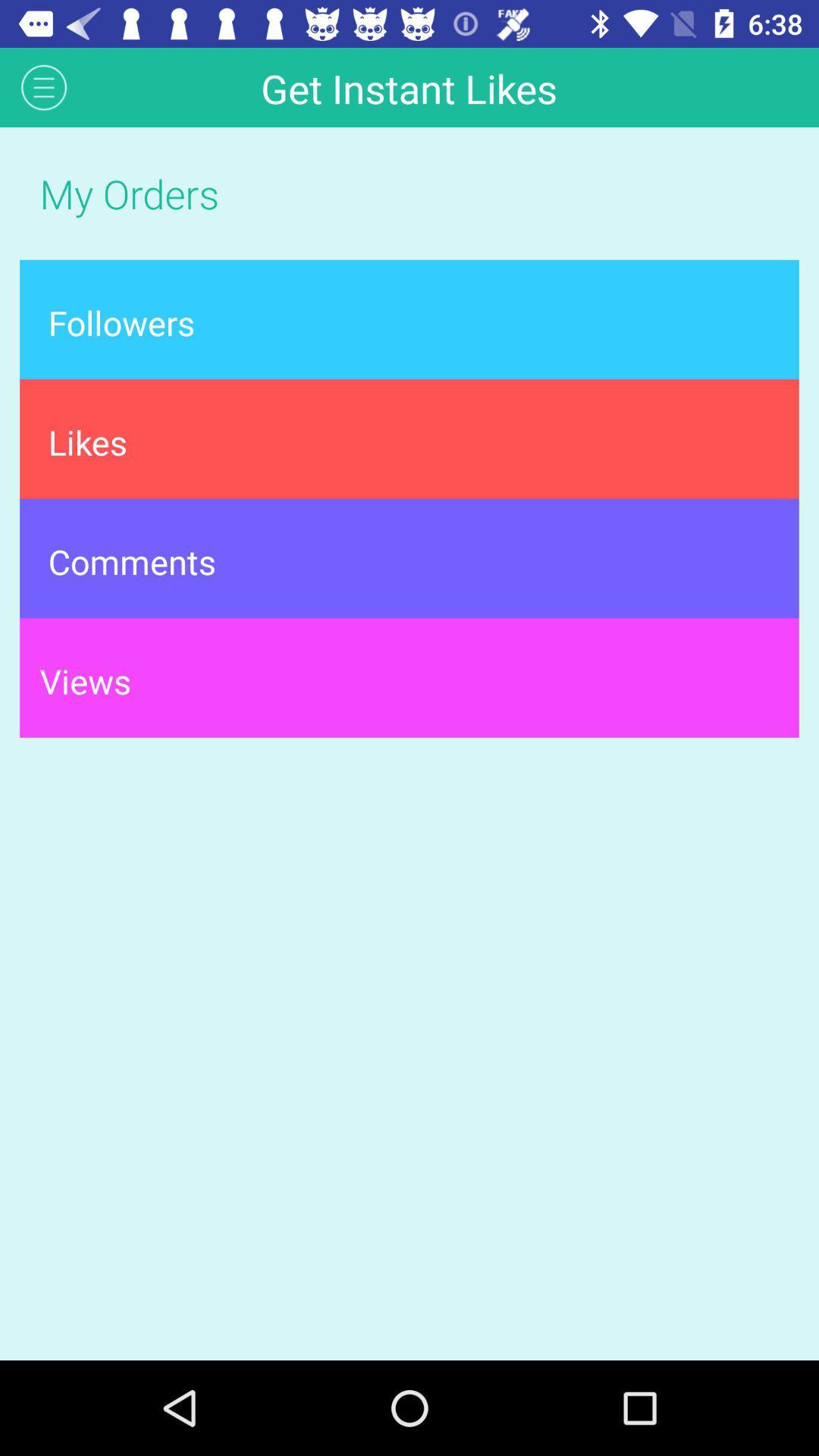  I want to click on the menu icon, so click(43, 86).